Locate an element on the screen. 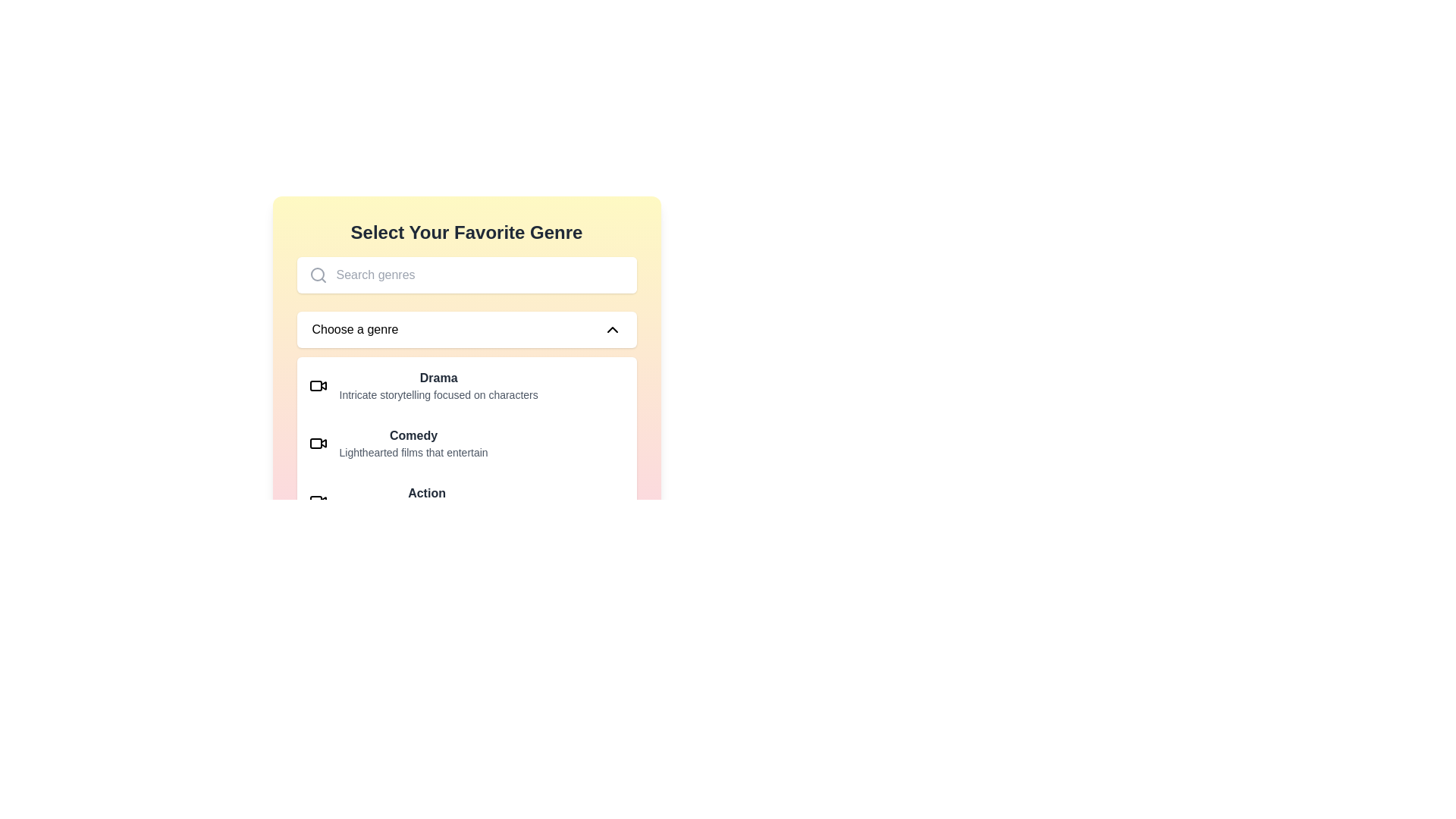 The height and width of the screenshot is (819, 1456). the second list item labeled 'Comedy', which includes a video camera icon and a description of lighthearted films is located at coordinates (466, 444).